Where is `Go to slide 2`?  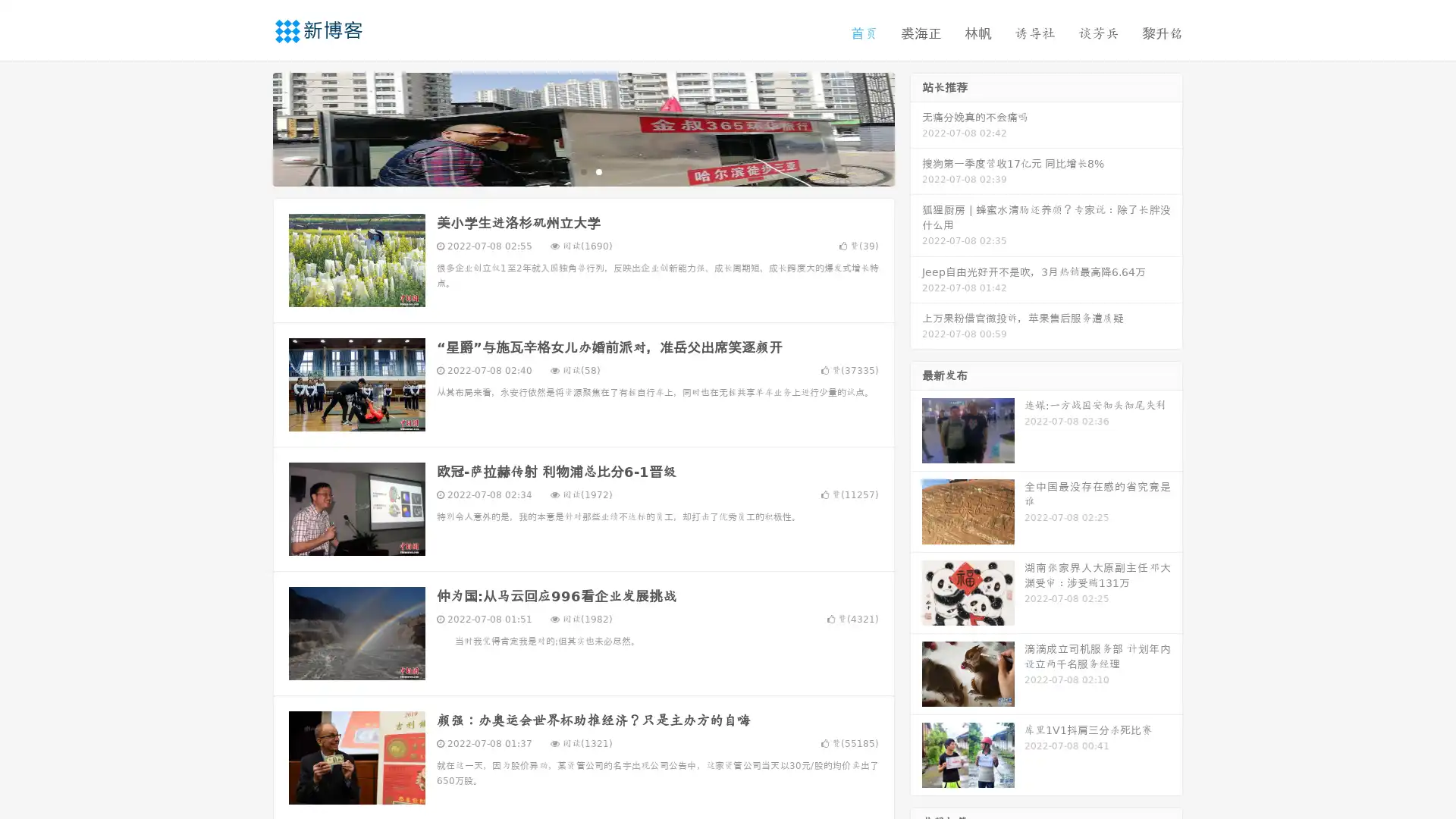 Go to slide 2 is located at coordinates (582, 171).